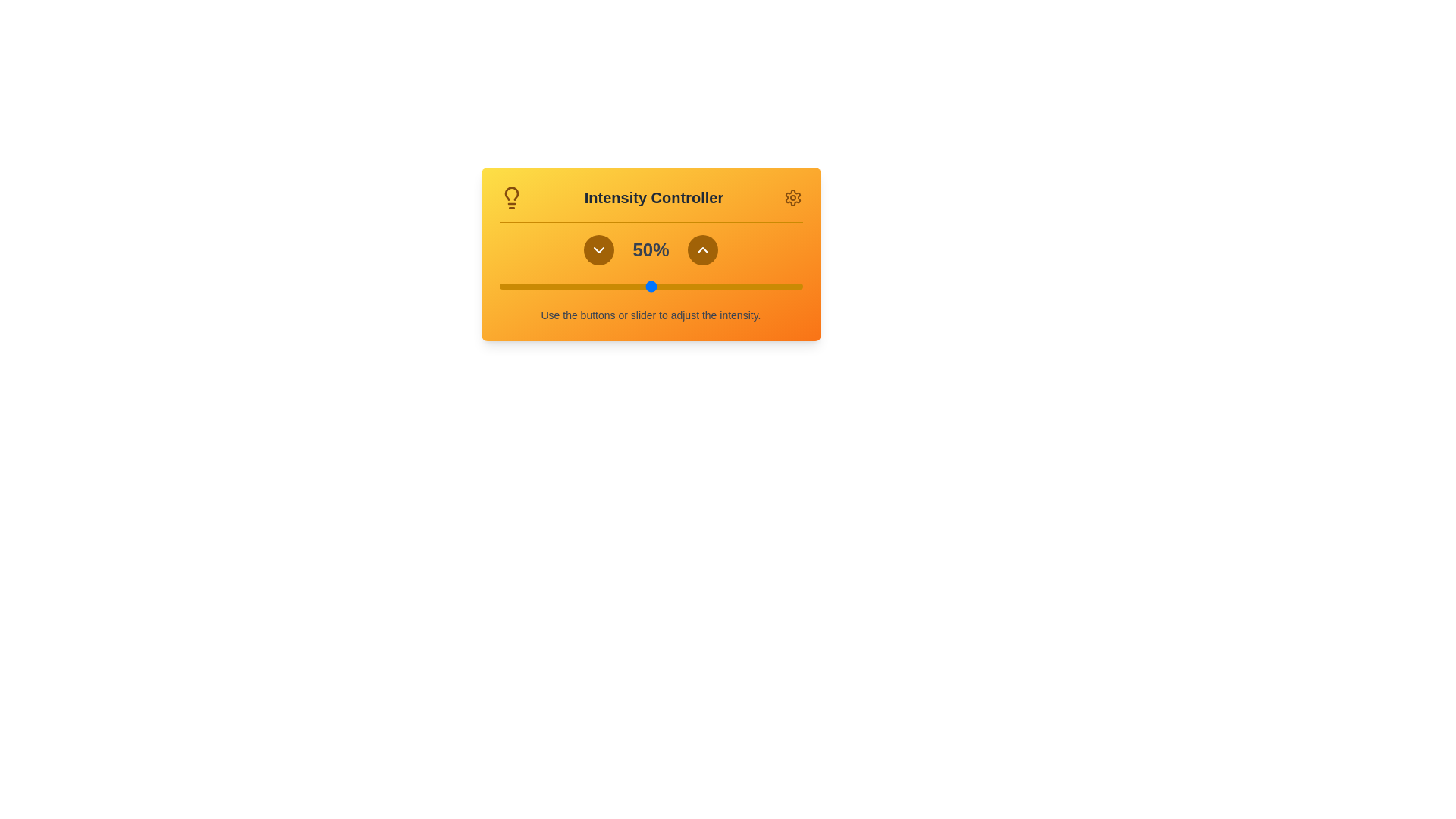 This screenshot has height=819, width=1456. I want to click on the text label that provides guidance on operating the controls above it, located at the lowest position within the orange gradient card-like box, so click(651, 315).